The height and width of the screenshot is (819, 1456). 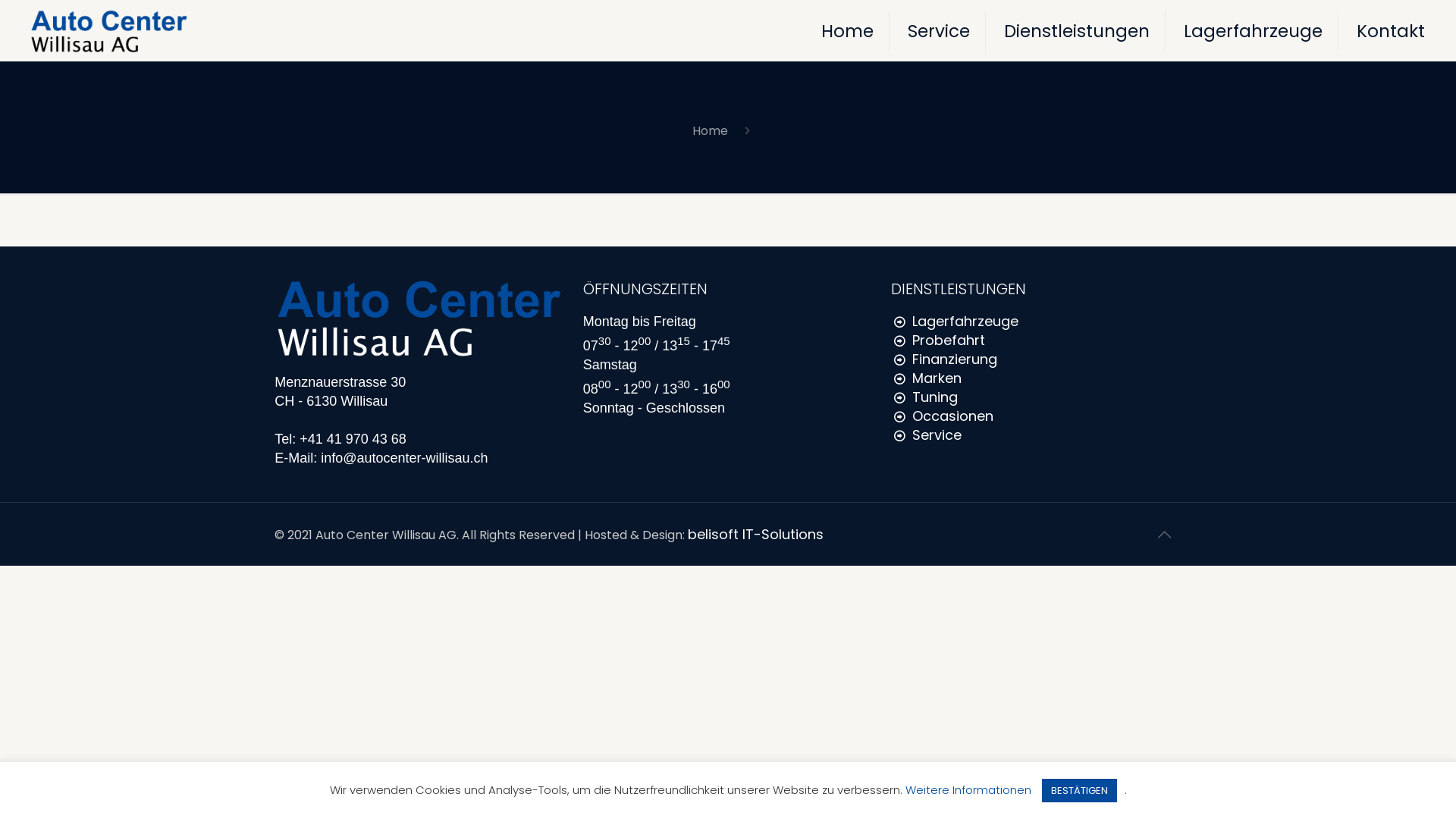 I want to click on 'Kontakt', so click(x=1390, y=31).